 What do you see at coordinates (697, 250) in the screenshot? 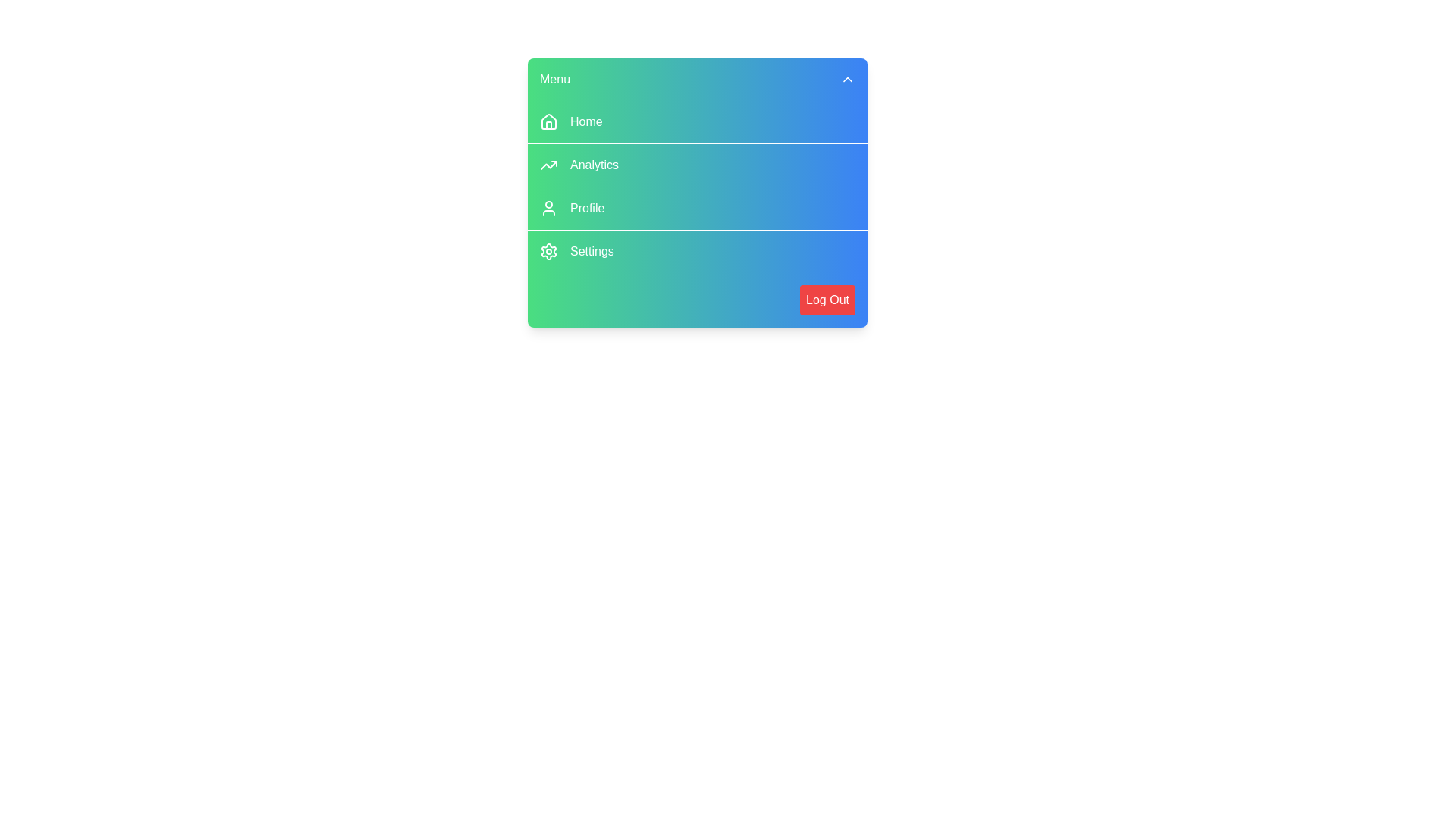
I see `the menu item Settings to navigate` at bounding box center [697, 250].